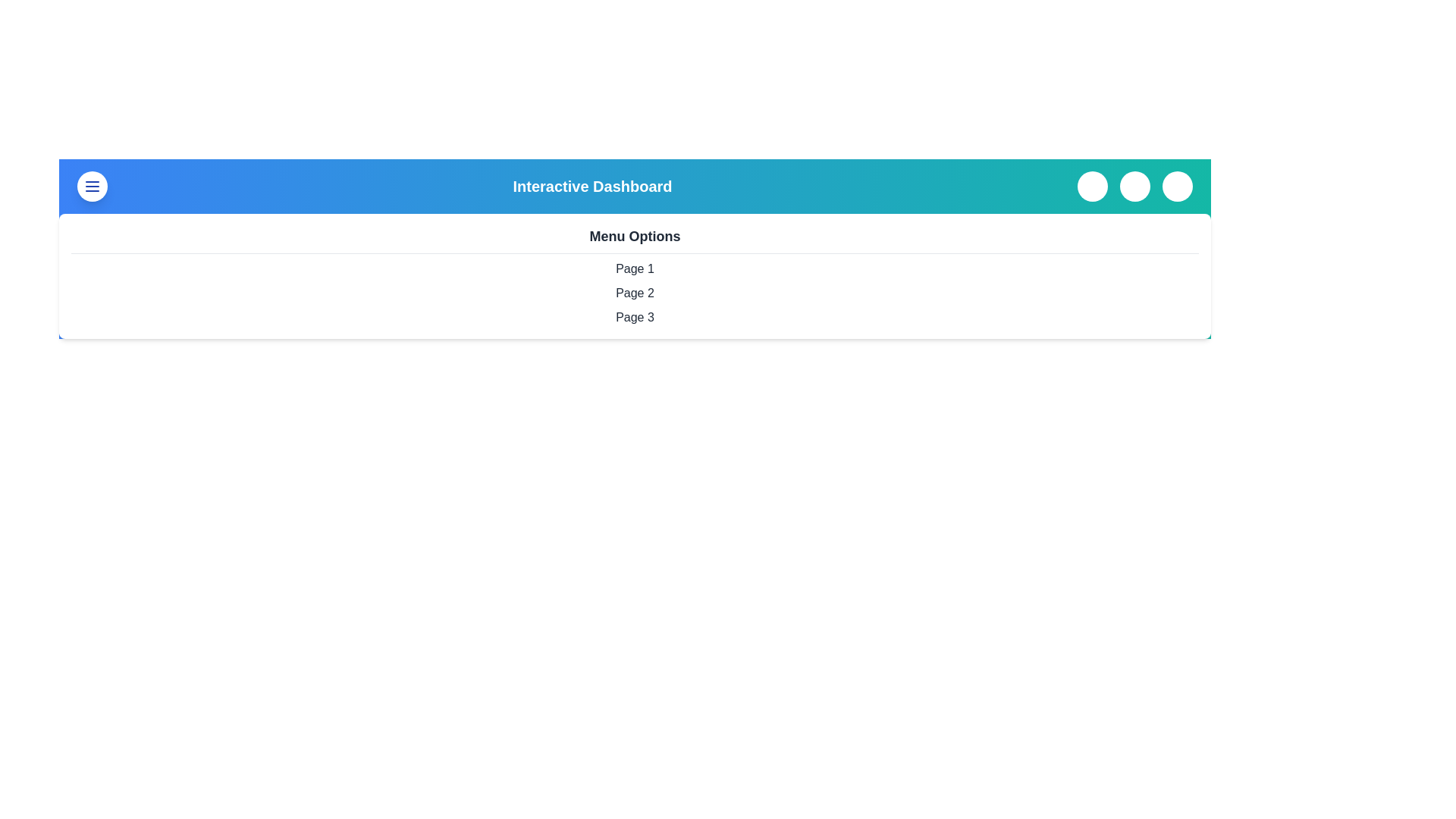  What do you see at coordinates (635, 293) in the screenshot?
I see `the menu option Page 2 to navigate to the corresponding page` at bounding box center [635, 293].